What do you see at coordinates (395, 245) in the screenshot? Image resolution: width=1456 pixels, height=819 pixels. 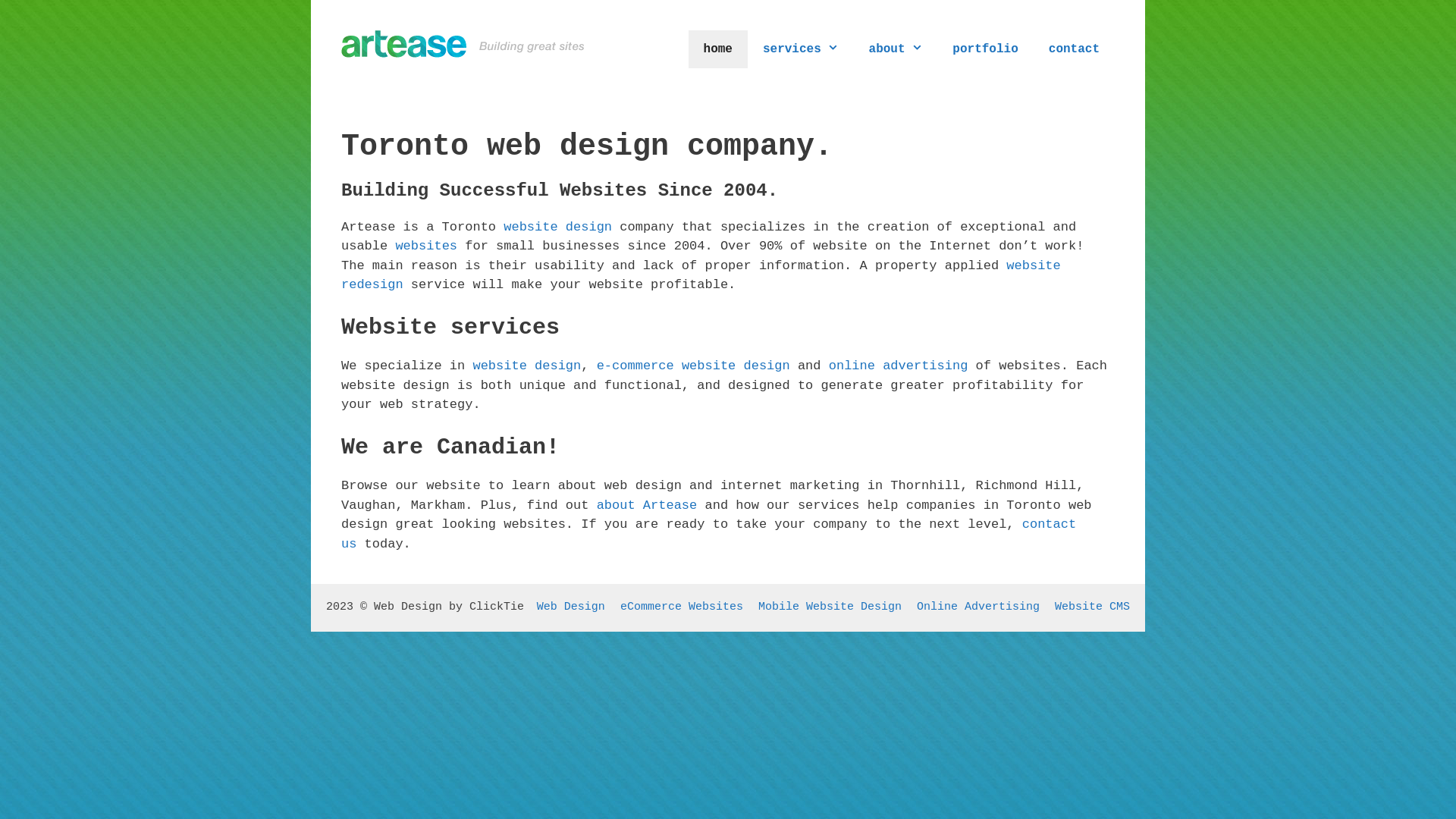 I see `'websites'` at bounding box center [395, 245].